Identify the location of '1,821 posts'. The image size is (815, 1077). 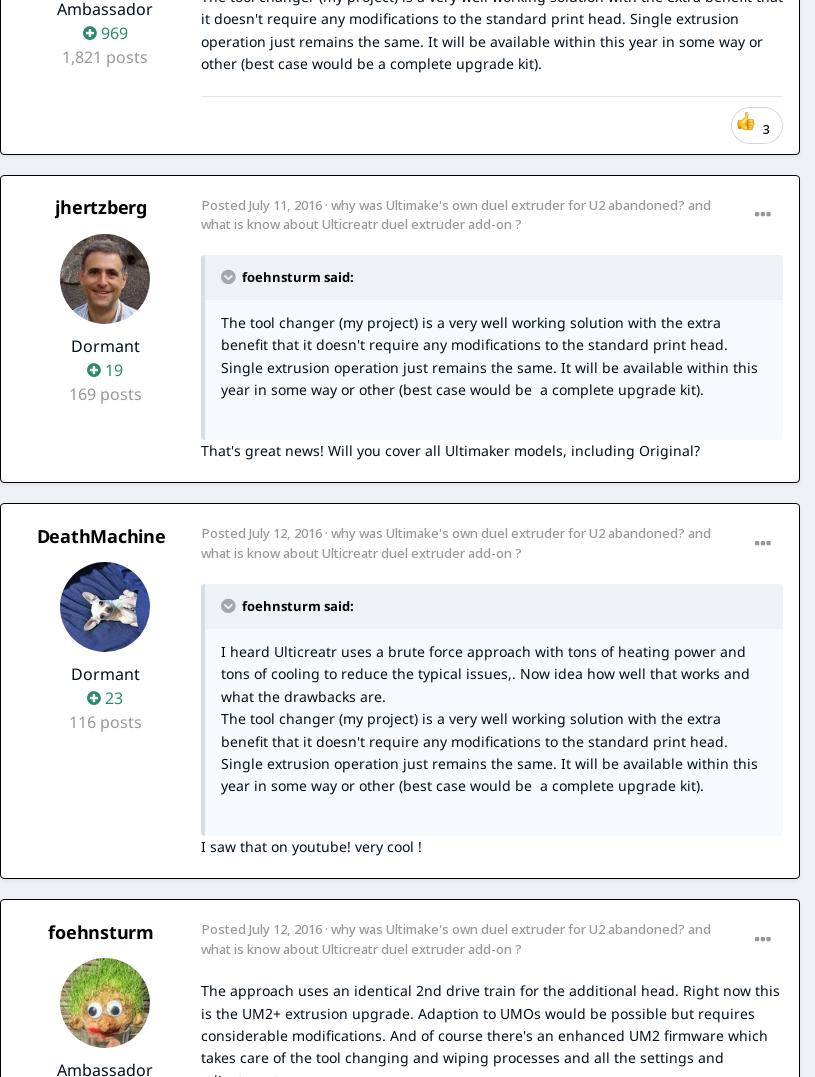
(103, 56).